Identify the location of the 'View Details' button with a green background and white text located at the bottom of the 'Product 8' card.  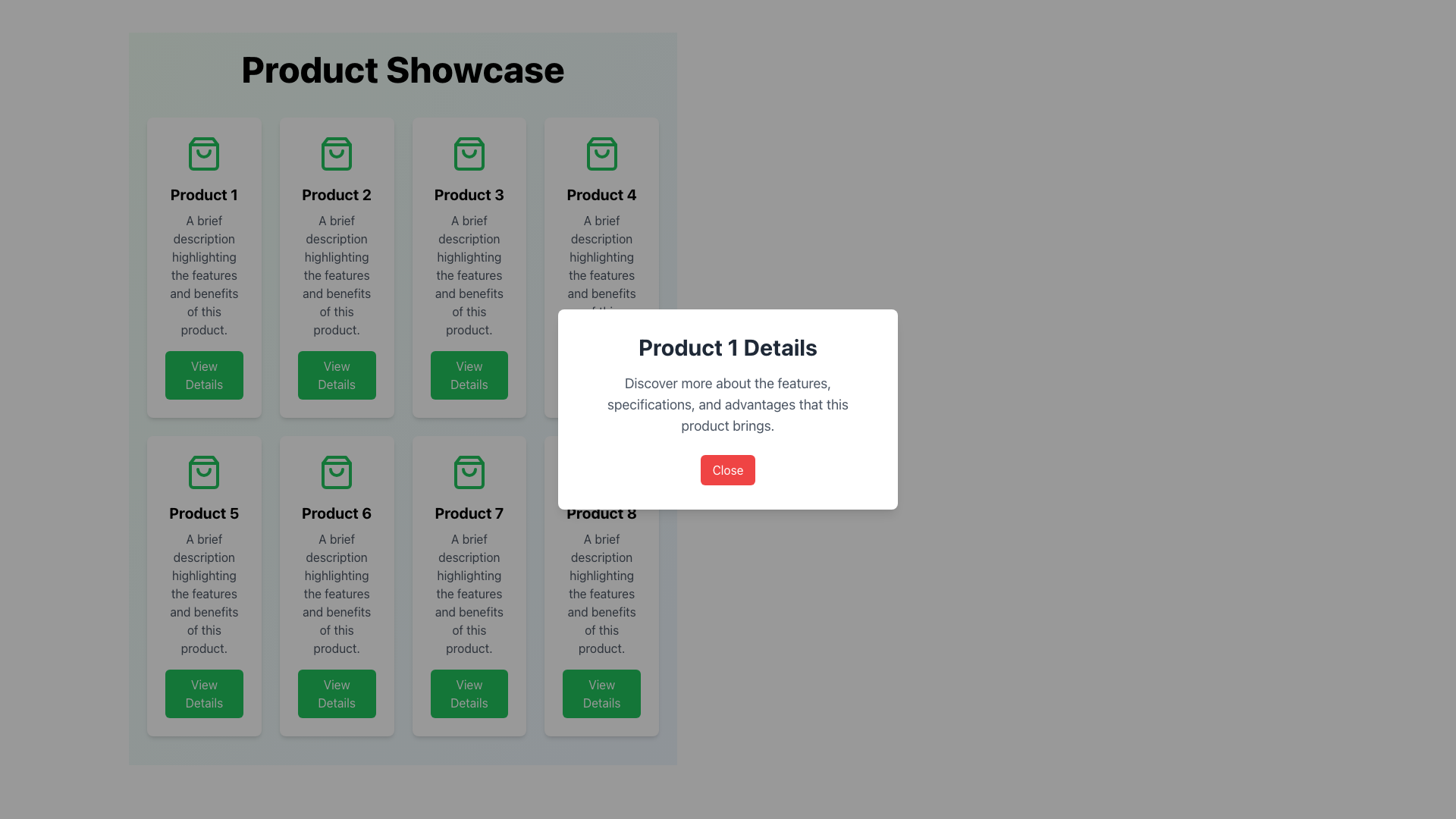
(601, 693).